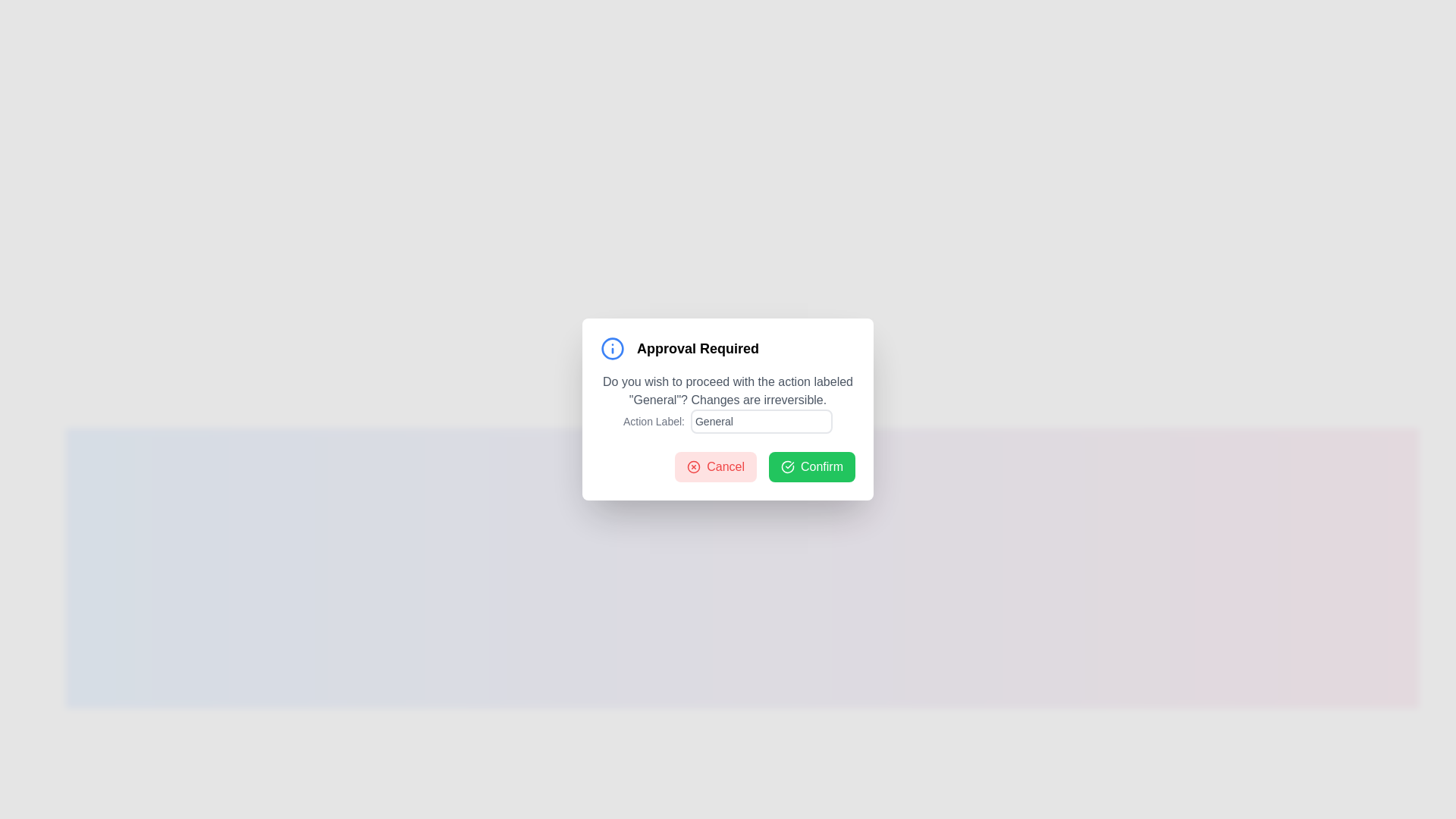 This screenshot has height=819, width=1456. I want to click on the static informational text that states 'Do you wish to proceed with the action labeled "General"? Changes are irreversible.' located at the top section of the modal window, so click(728, 391).